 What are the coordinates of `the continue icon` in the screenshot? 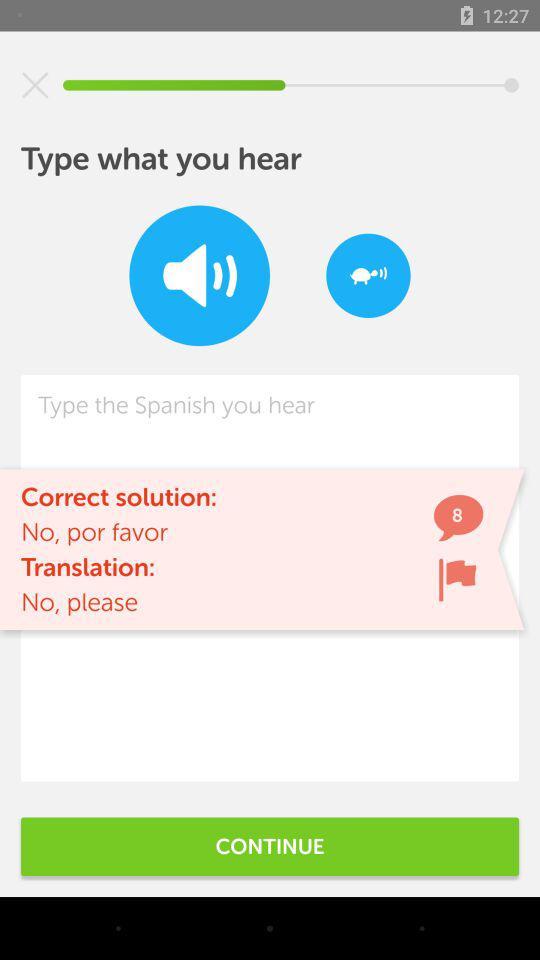 It's located at (270, 845).